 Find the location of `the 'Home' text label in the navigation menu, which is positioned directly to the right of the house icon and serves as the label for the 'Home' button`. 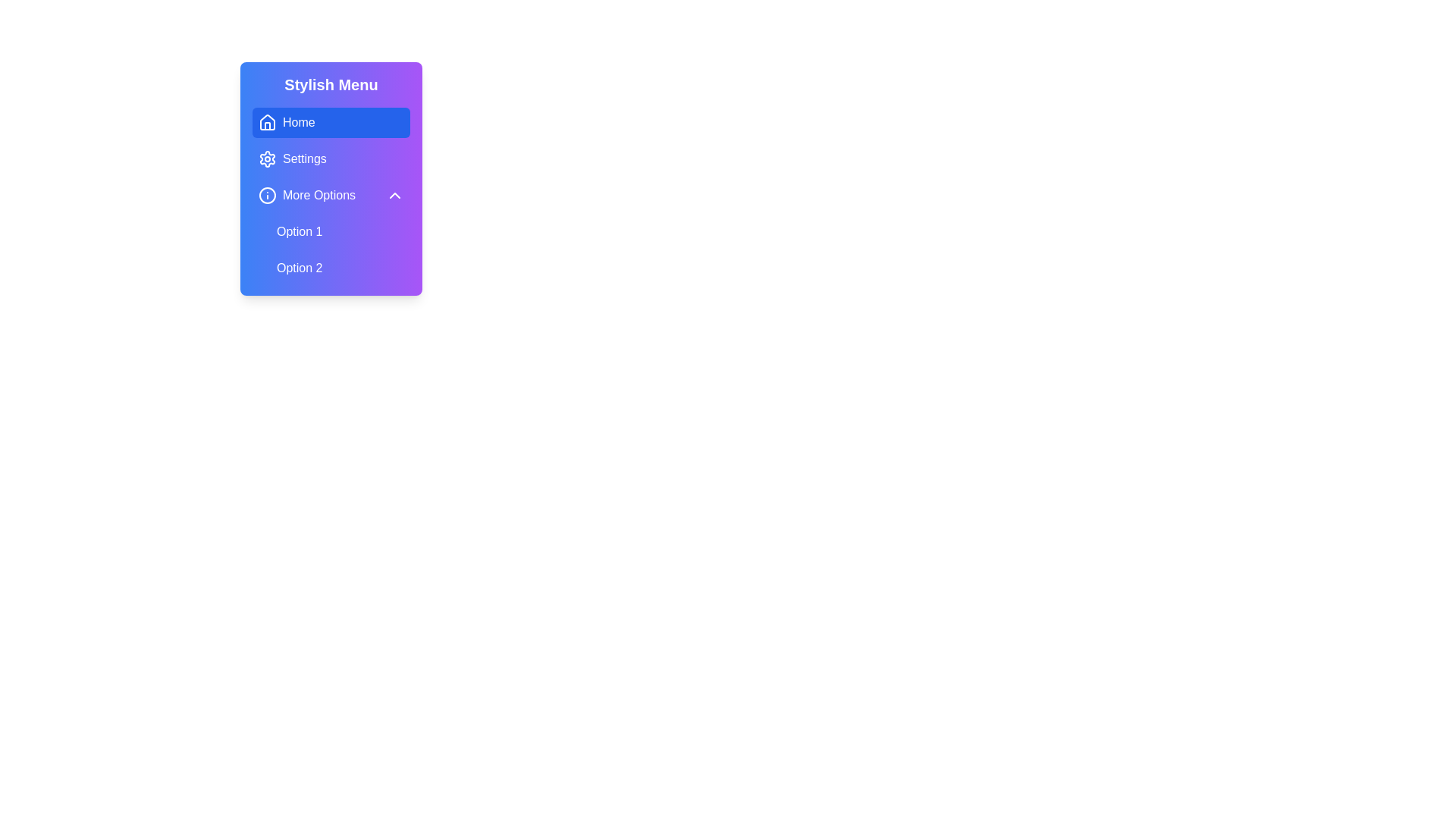

the 'Home' text label in the navigation menu, which is positioned directly to the right of the house icon and serves as the label for the 'Home' button is located at coordinates (299, 122).